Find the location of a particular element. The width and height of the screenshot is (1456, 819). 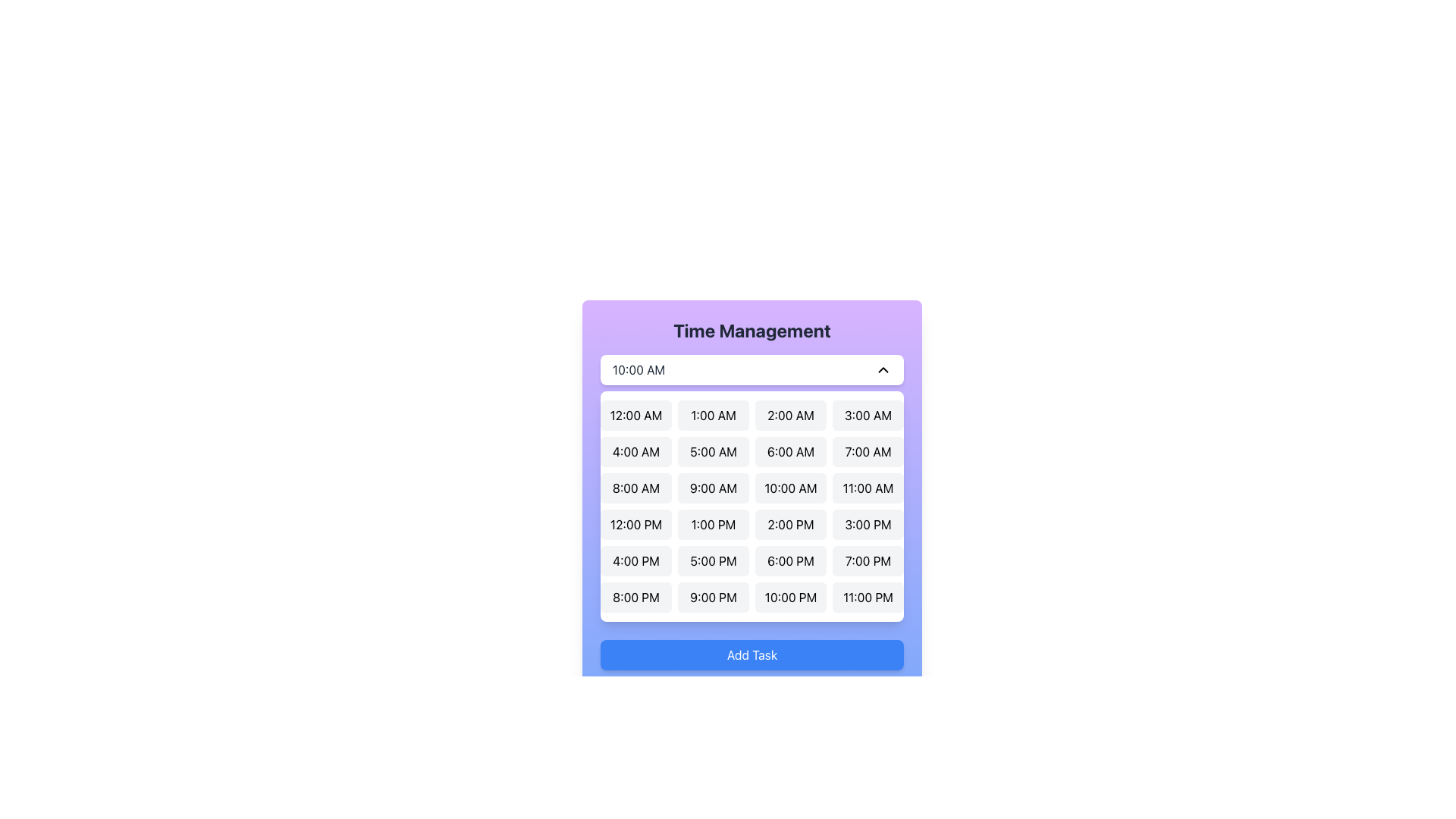

keyboard navigation is located at coordinates (868, 561).